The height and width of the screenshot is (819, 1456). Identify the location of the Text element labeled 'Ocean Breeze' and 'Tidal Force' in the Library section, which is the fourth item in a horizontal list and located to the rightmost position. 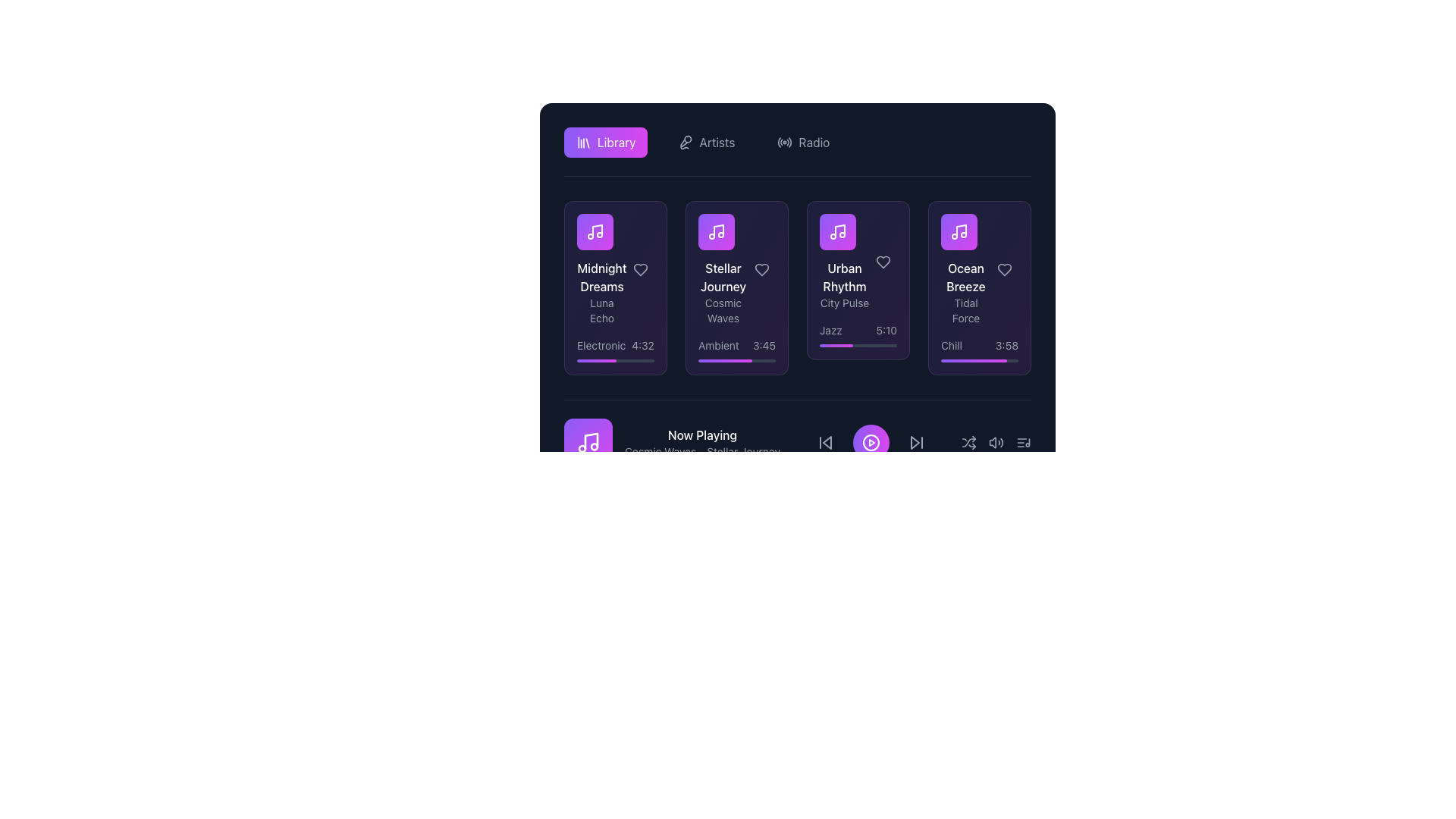
(965, 268).